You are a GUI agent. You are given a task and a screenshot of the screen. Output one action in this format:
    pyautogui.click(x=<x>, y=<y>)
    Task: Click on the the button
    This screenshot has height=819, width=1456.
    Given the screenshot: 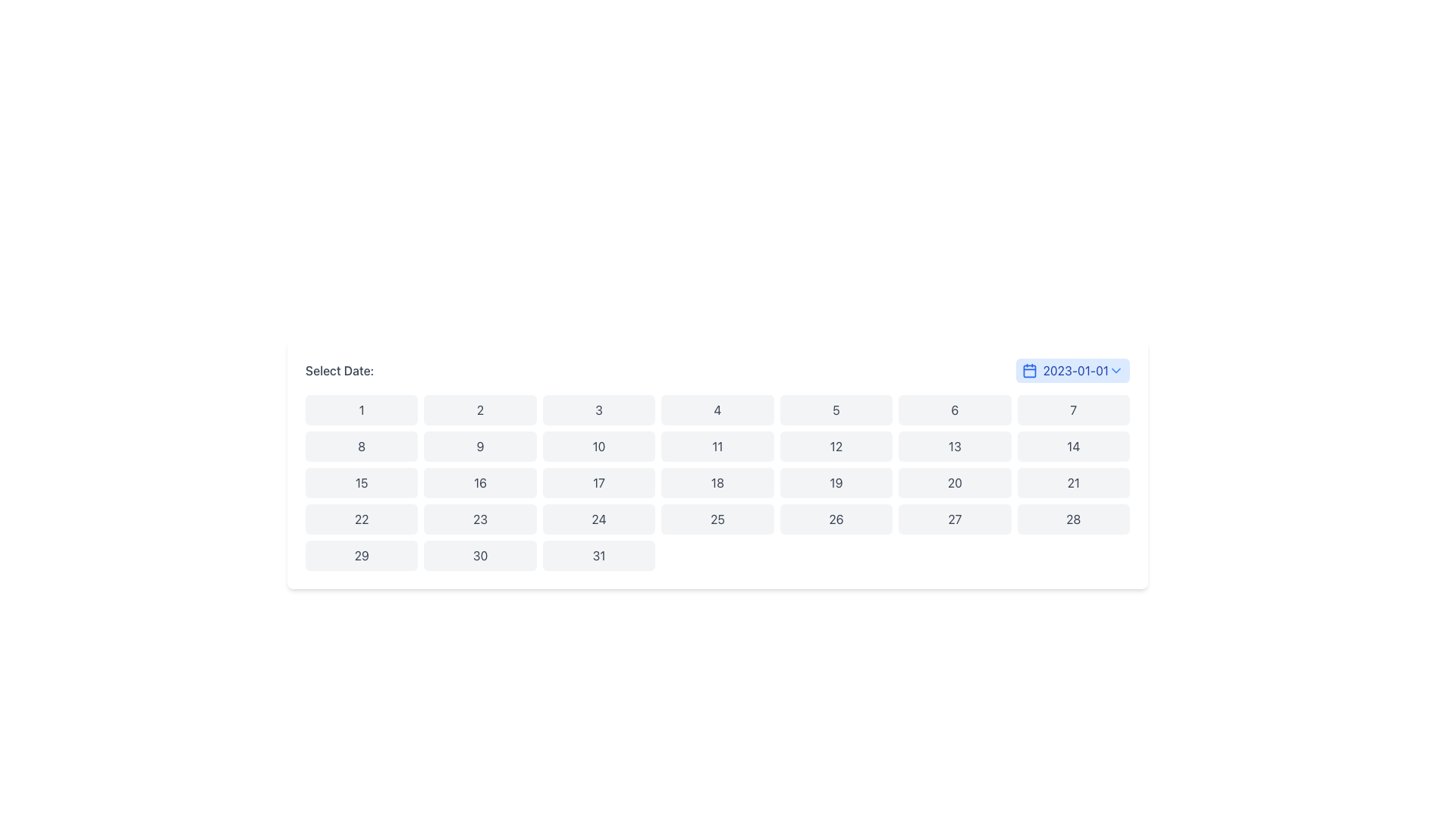 What is the action you would take?
    pyautogui.click(x=953, y=482)
    